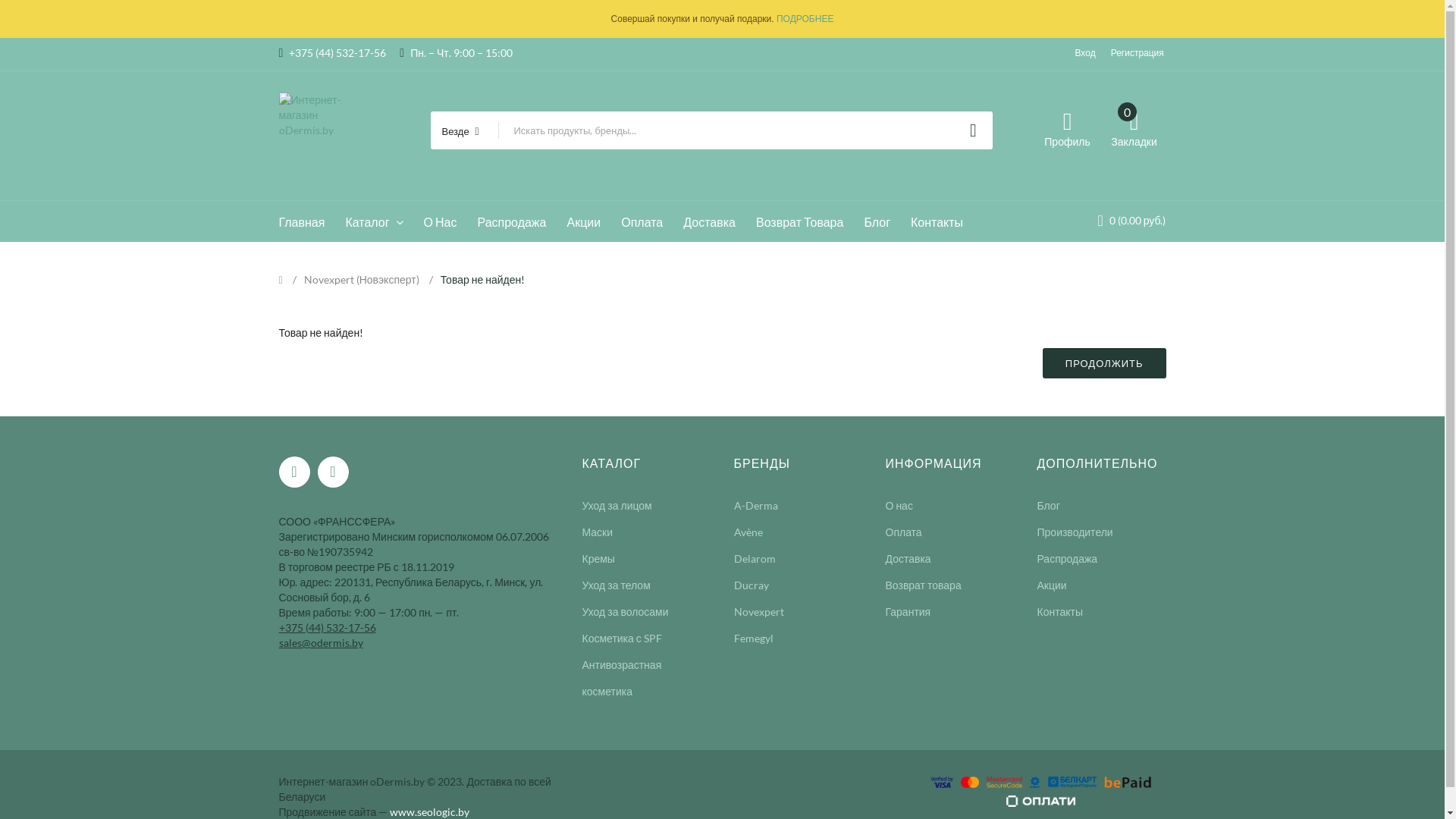  I want to click on 'A-Derma', so click(734, 505).